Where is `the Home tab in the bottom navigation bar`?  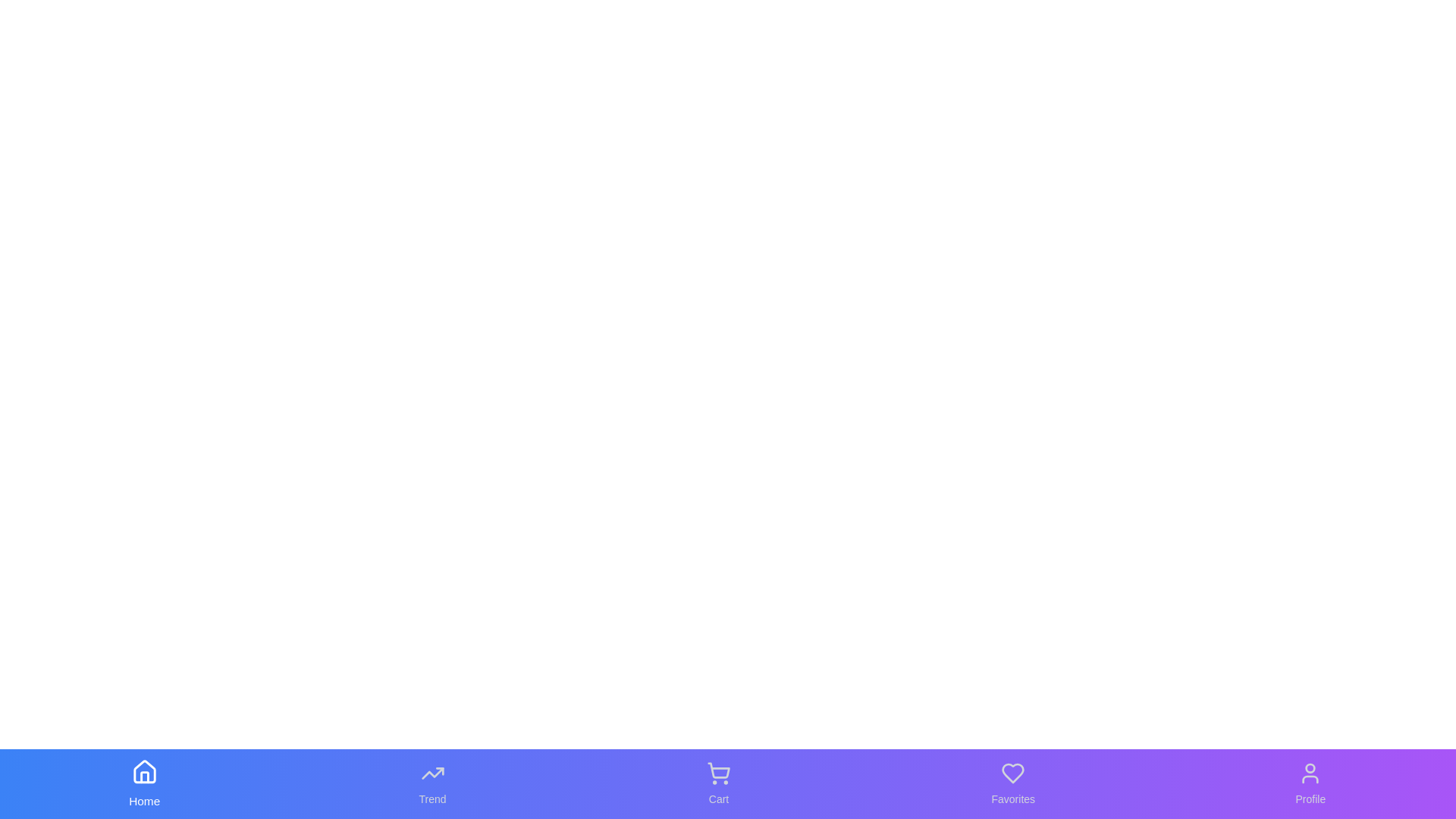
the Home tab in the bottom navigation bar is located at coordinates (144, 783).